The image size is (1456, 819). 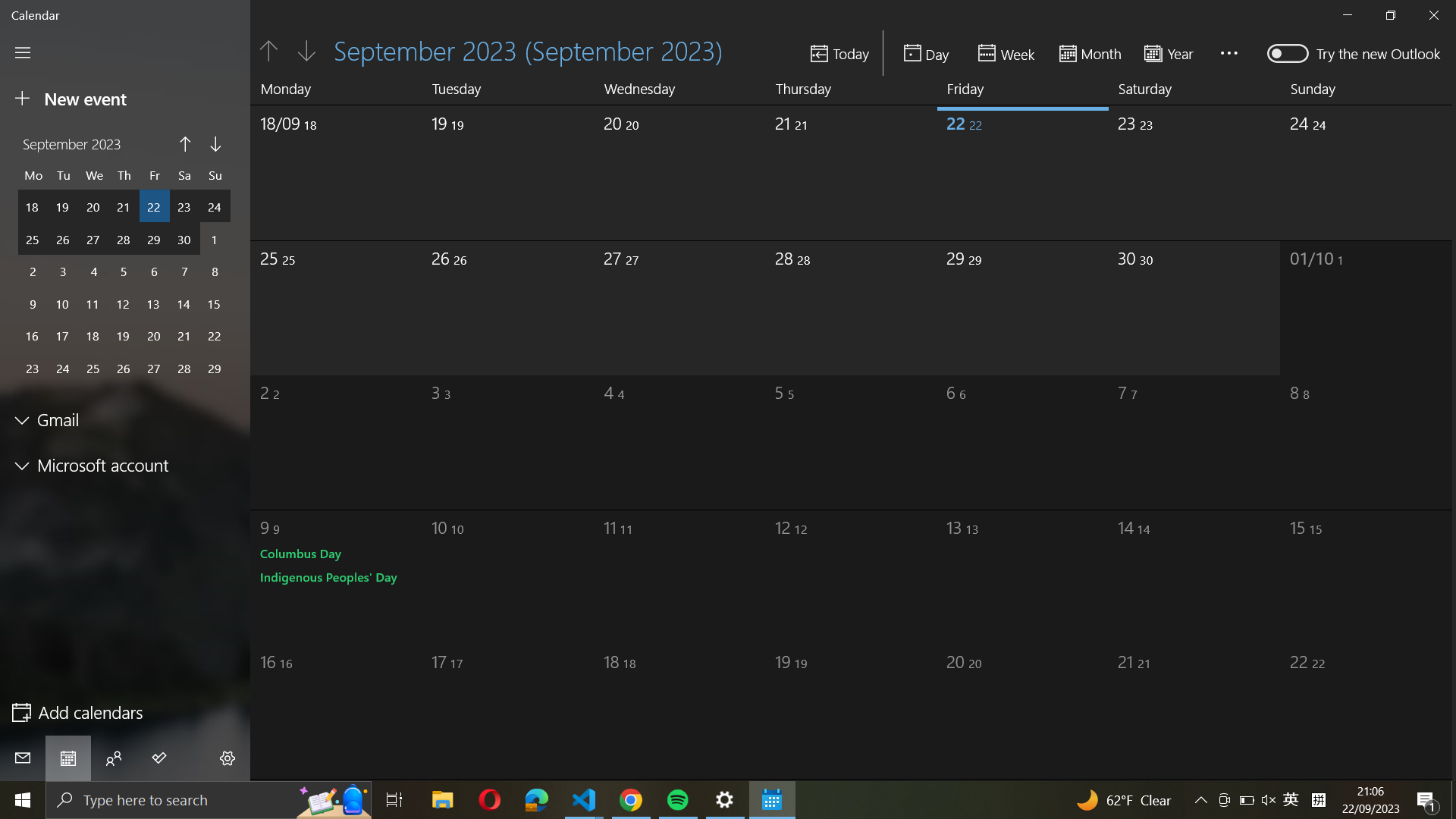 What do you see at coordinates (23, 52) in the screenshot?
I see `Click to unveil the sidebar` at bounding box center [23, 52].